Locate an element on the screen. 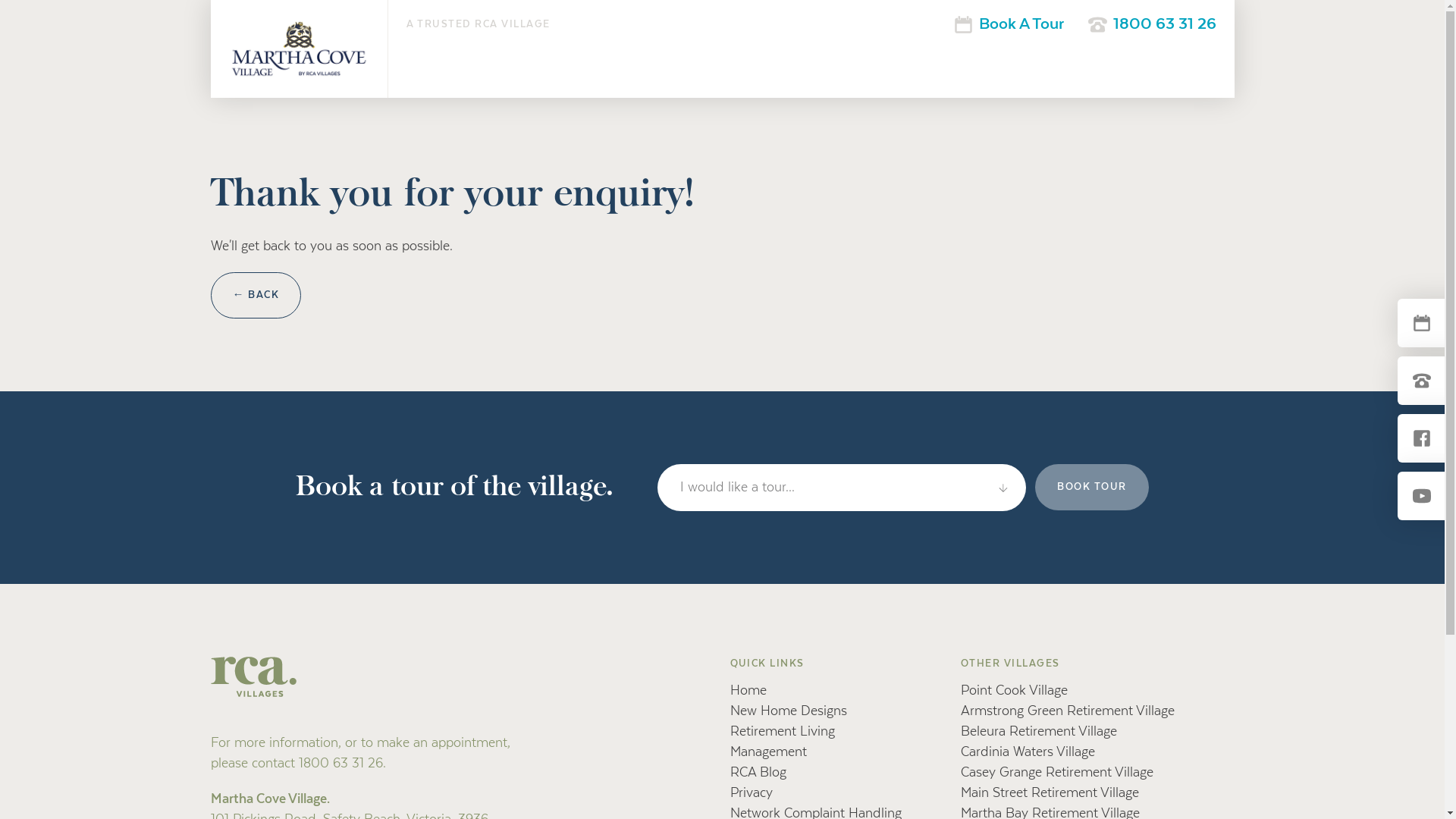 Image resolution: width=1456 pixels, height=819 pixels. 'Home' is located at coordinates (729, 690).